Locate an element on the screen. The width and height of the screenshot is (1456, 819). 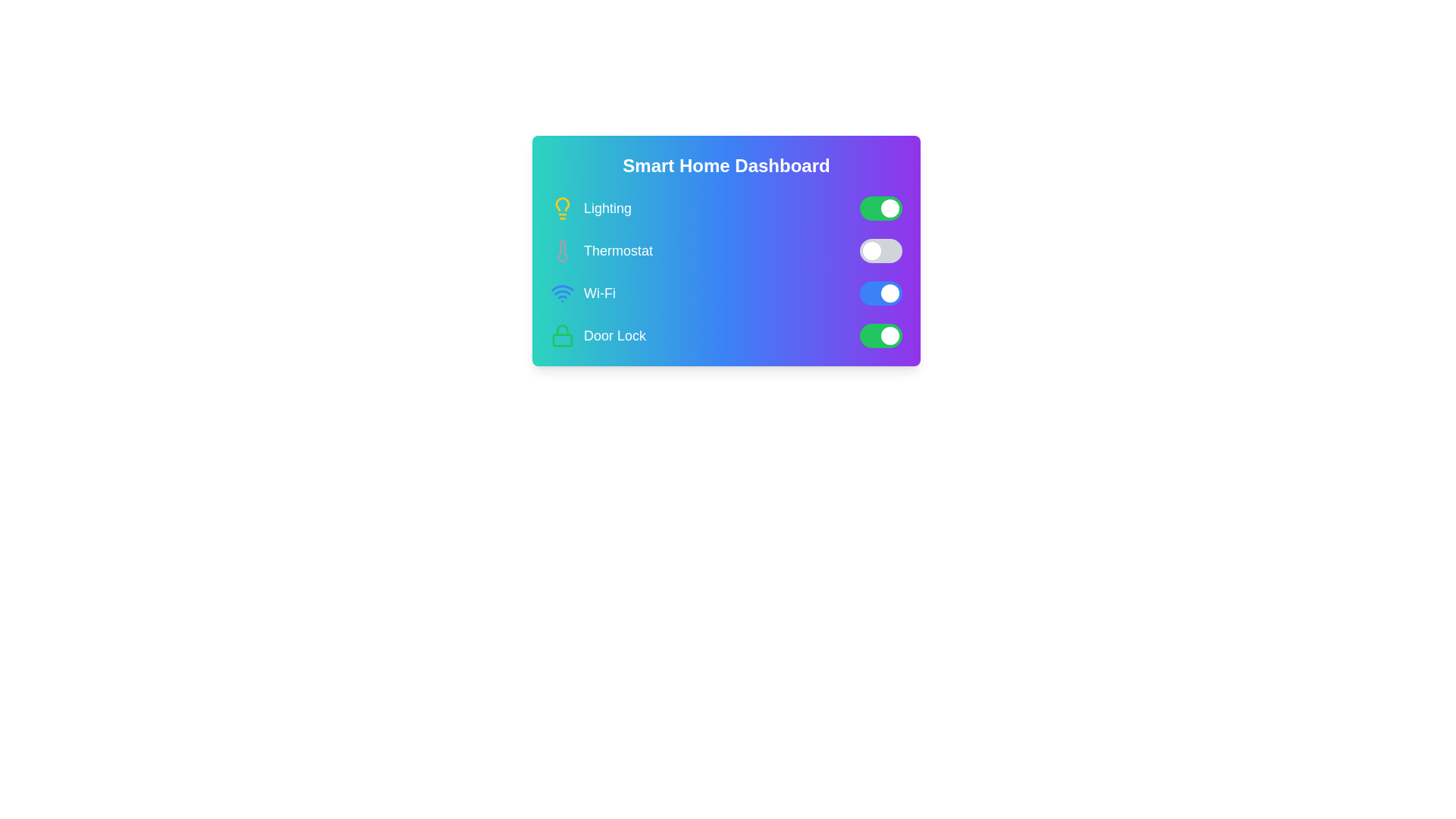
the lock icon located in the lower-left corner of the dashboard card, adjacent to the text label 'Door Lock' is located at coordinates (562, 335).